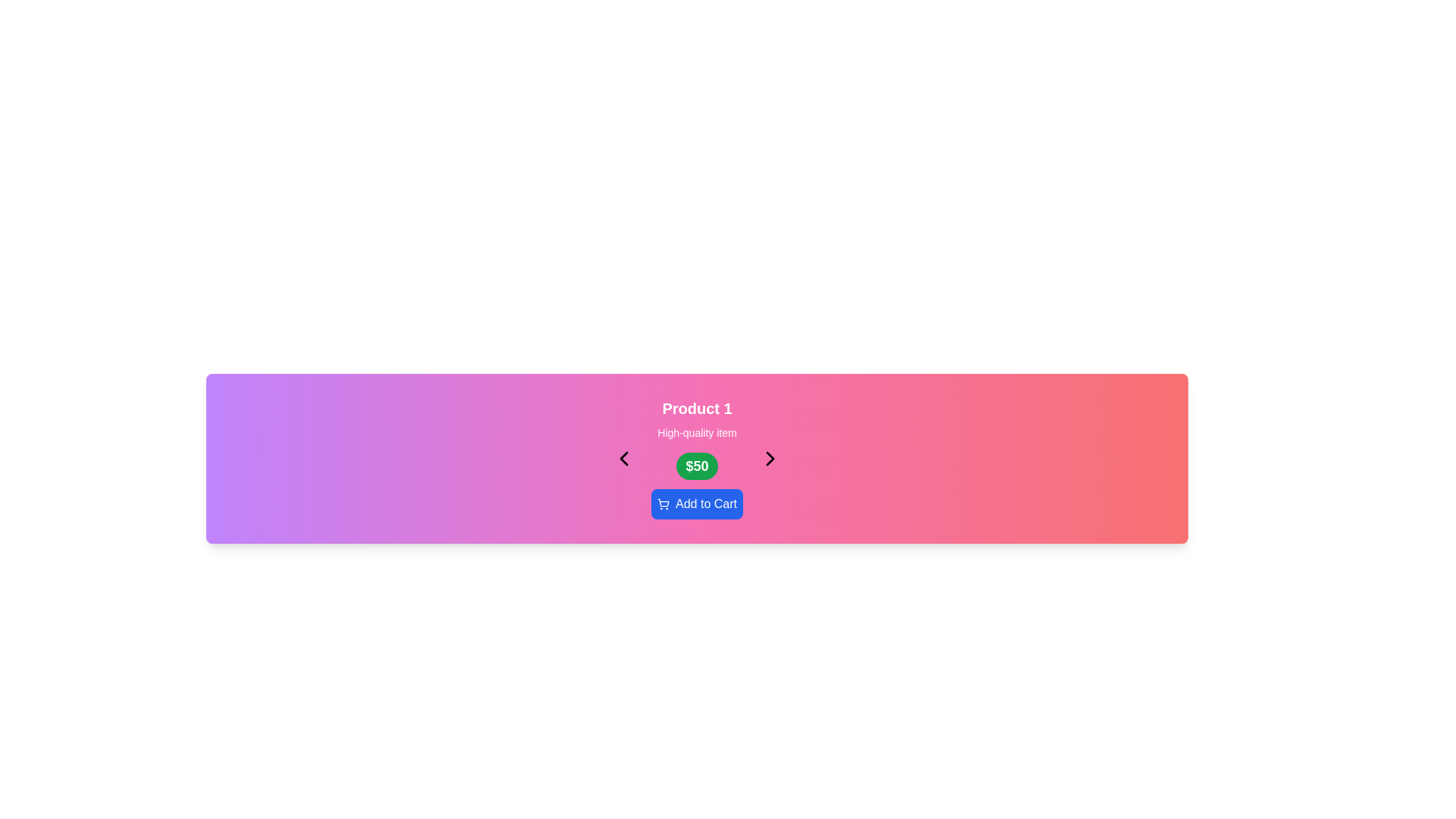 Image resolution: width=1456 pixels, height=819 pixels. Describe the element at coordinates (770, 458) in the screenshot. I see `the right-facing chevron icon button, which is styled as a thin black arrow centered within a square area and part of a navigation mechanism, before the green '$50' price label` at that location.